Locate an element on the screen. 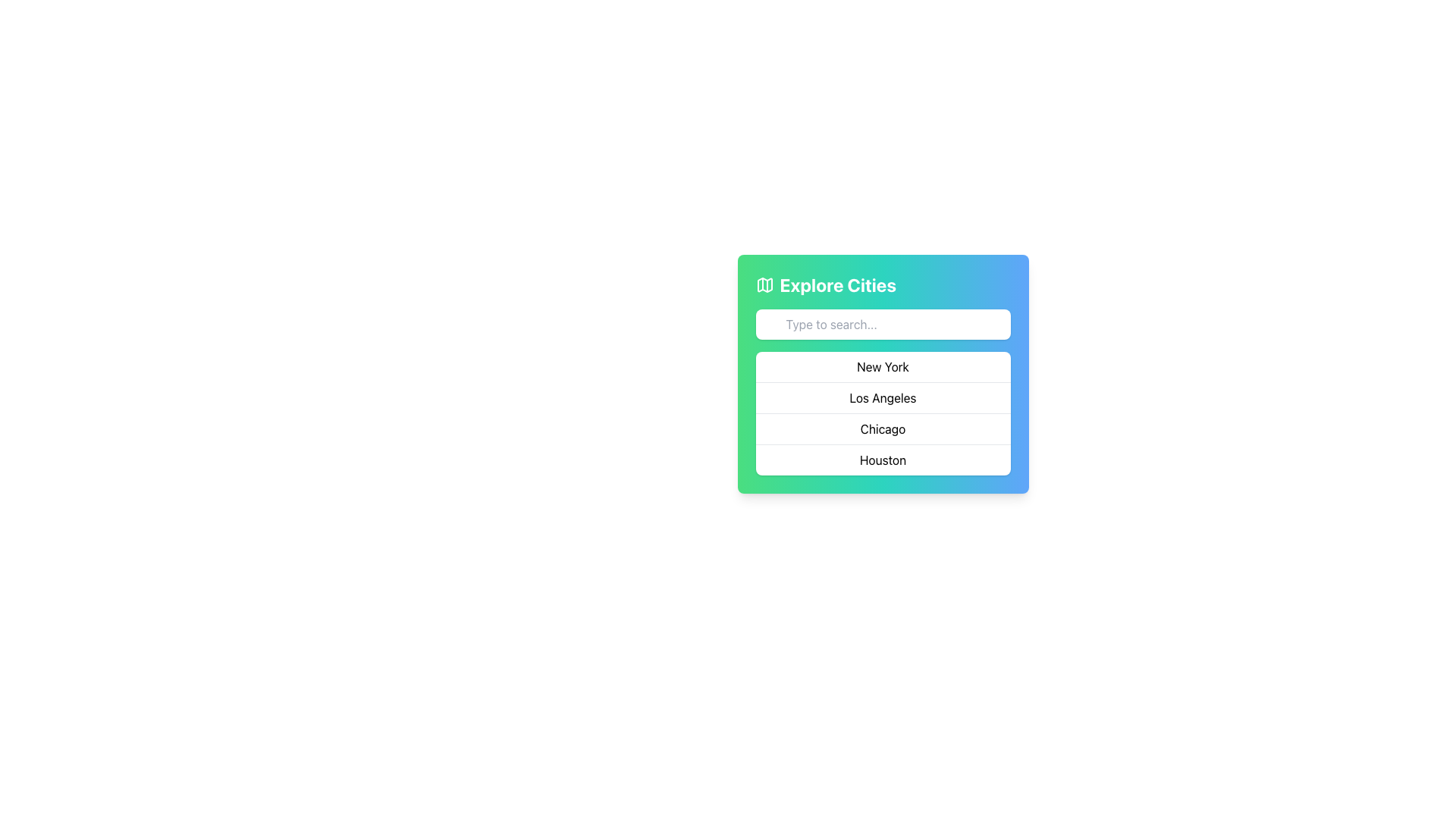 Image resolution: width=1456 pixels, height=819 pixels. the 'Los Angeles' label in the vertically stacked list of cities is located at coordinates (883, 397).